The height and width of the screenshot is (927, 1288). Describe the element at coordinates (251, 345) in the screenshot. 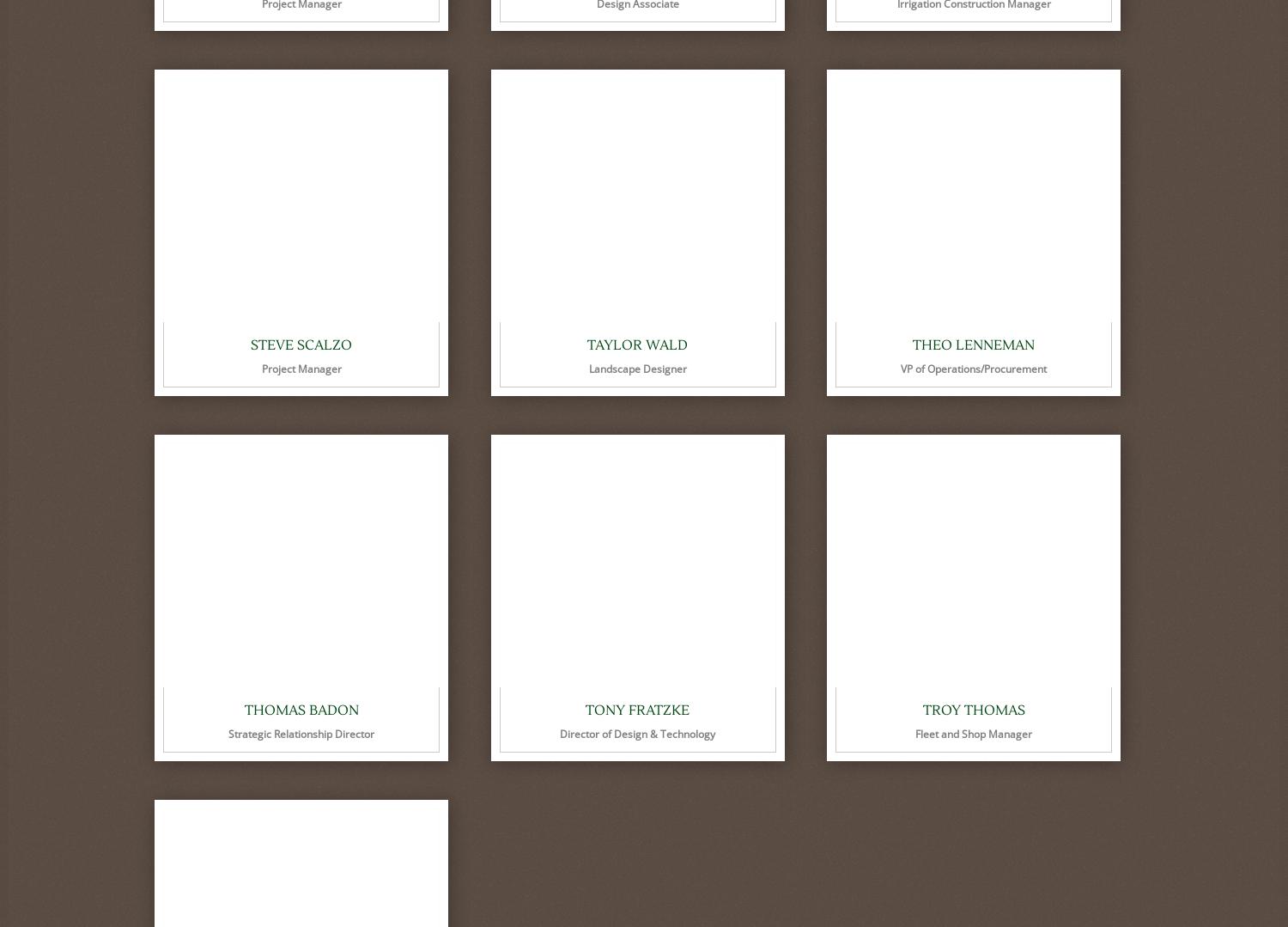

I see `'Steve Scalzo'` at that location.